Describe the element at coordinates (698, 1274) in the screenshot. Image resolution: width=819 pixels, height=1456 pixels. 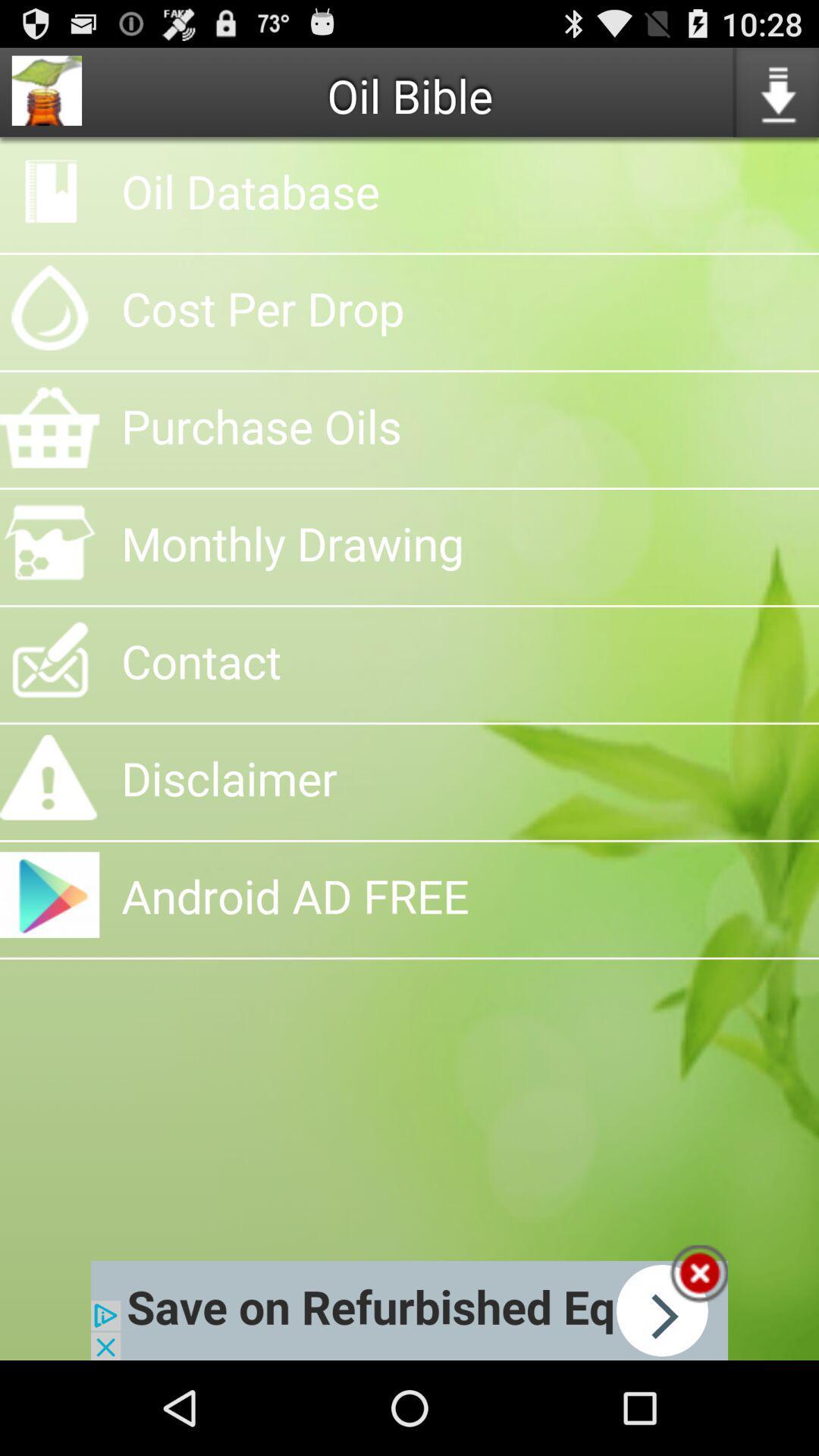
I see `close` at that location.